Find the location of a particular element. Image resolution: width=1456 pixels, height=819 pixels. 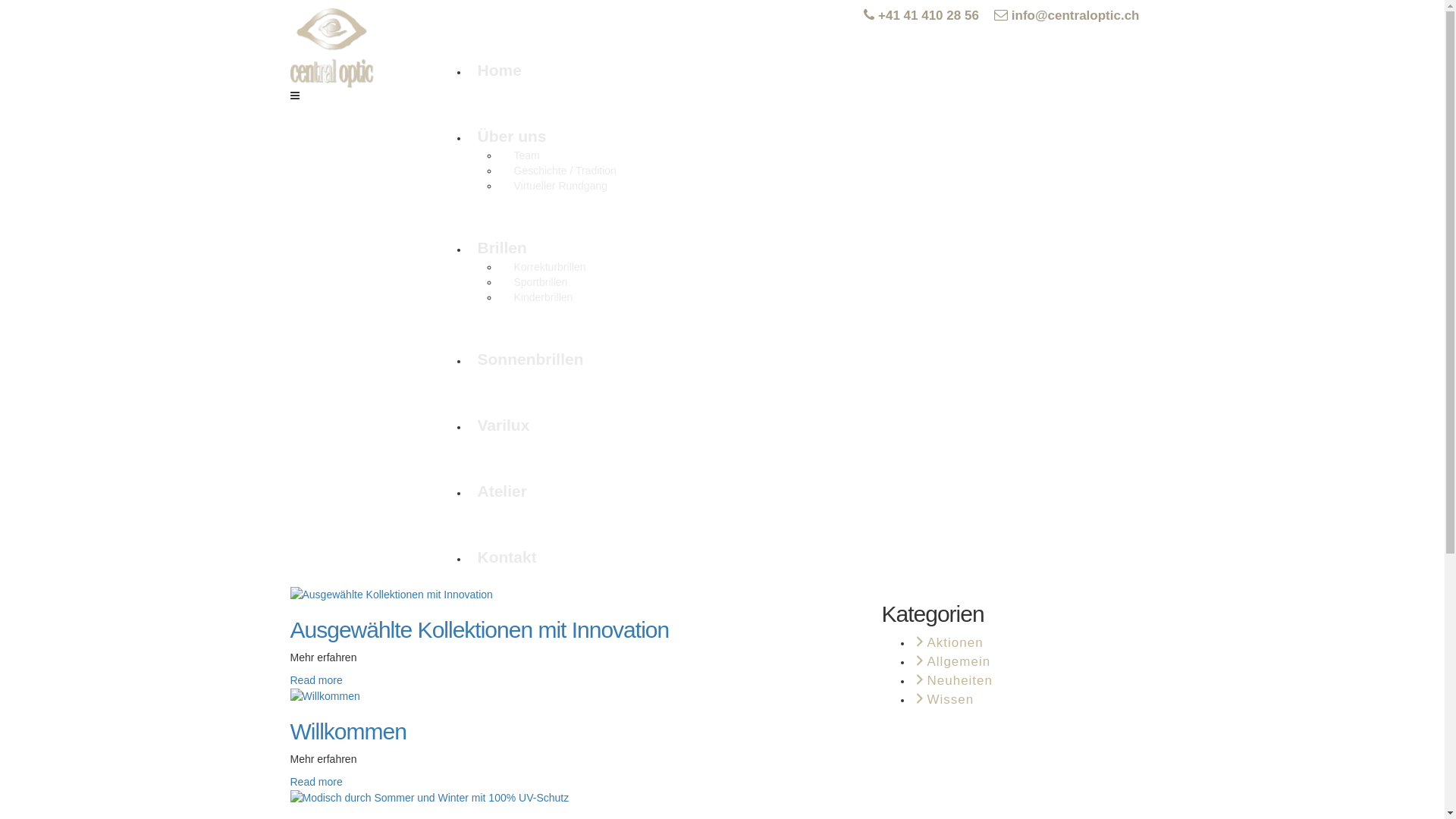

'Korrekturbrillen' is located at coordinates (549, 265).